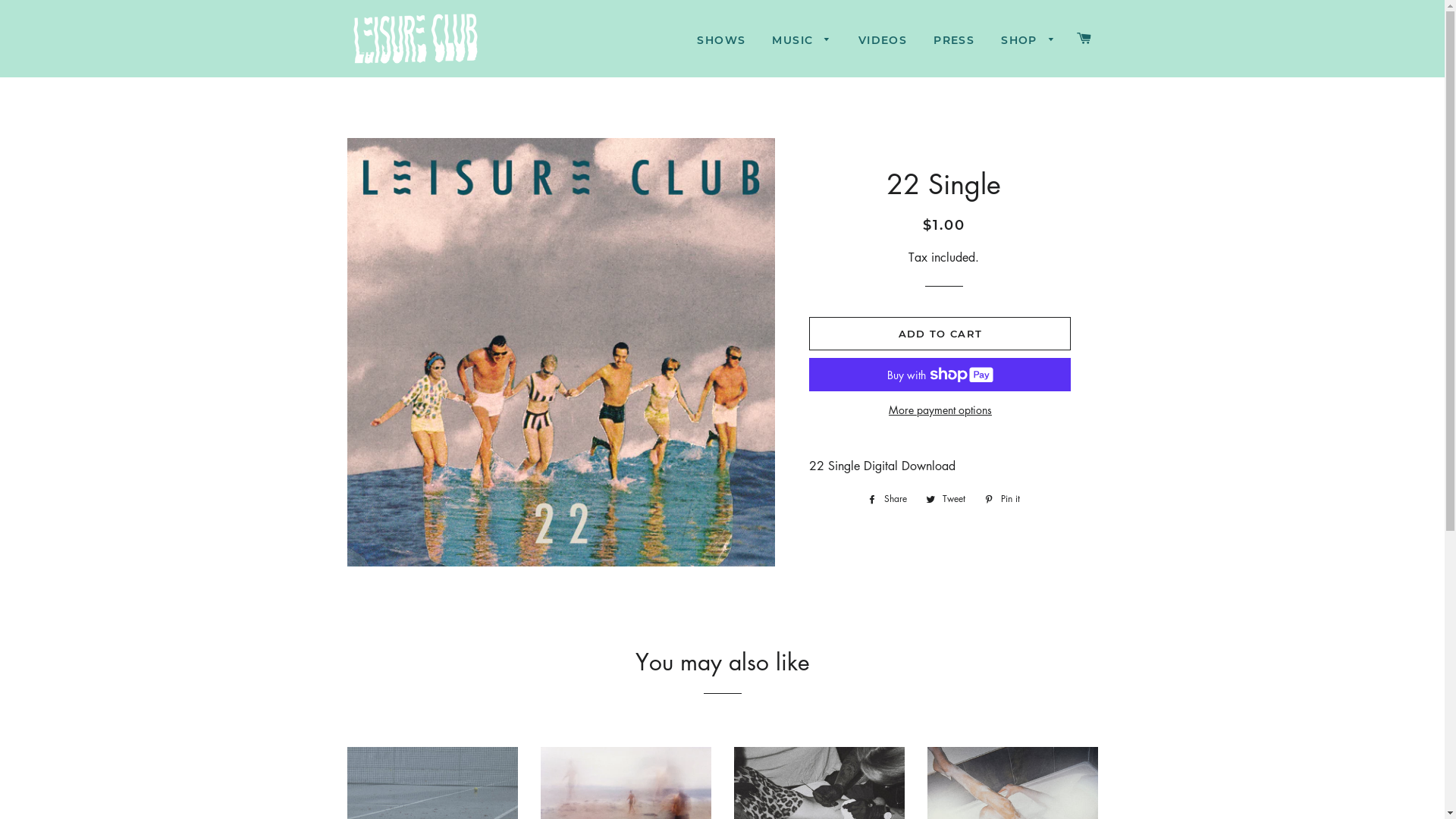 The image size is (1456, 819). What do you see at coordinates (887, 499) in the screenshot?
I see `'Share` at bounding box center [887, 499].